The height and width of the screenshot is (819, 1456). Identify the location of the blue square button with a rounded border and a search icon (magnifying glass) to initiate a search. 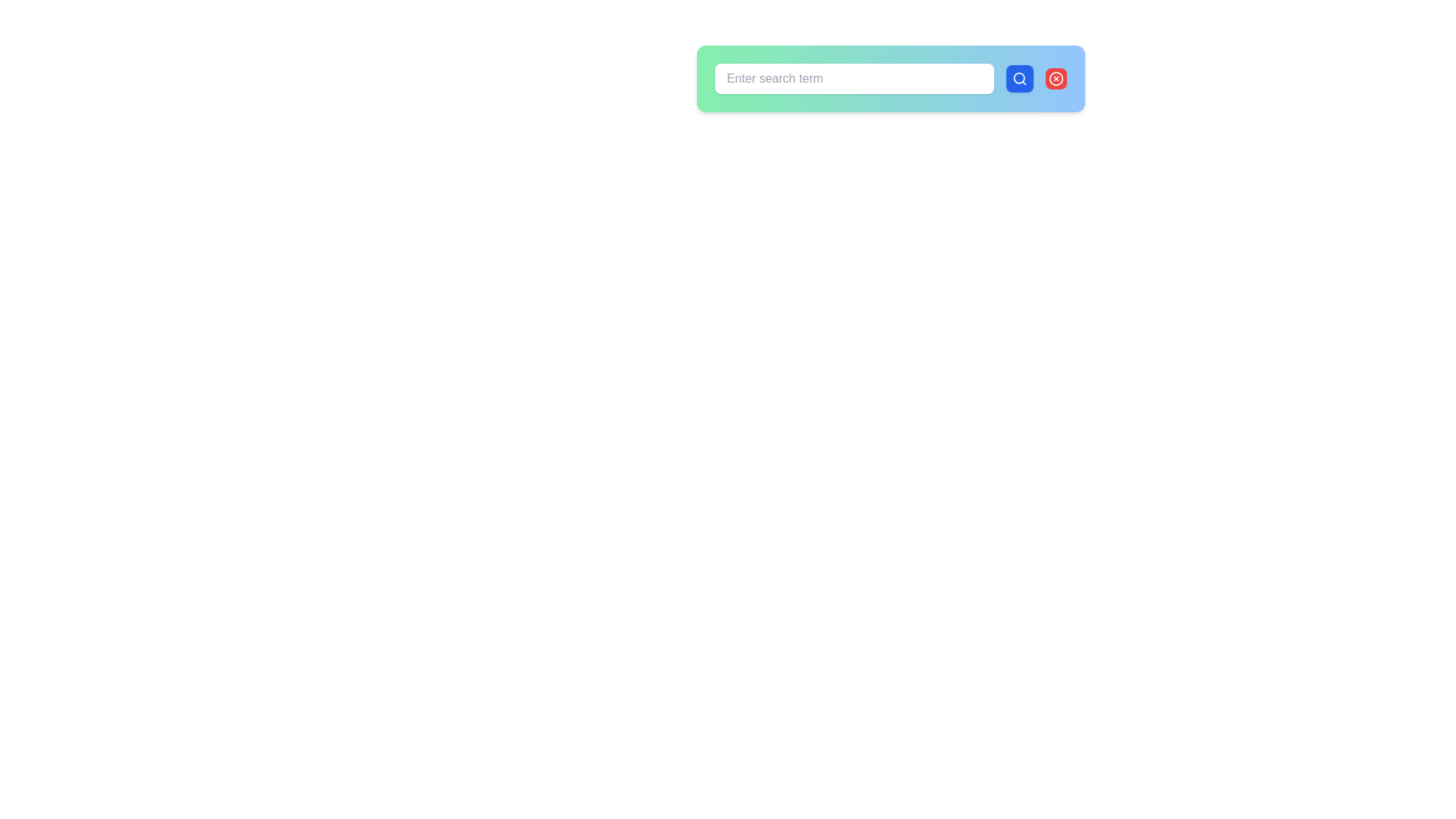
(1019, 79).